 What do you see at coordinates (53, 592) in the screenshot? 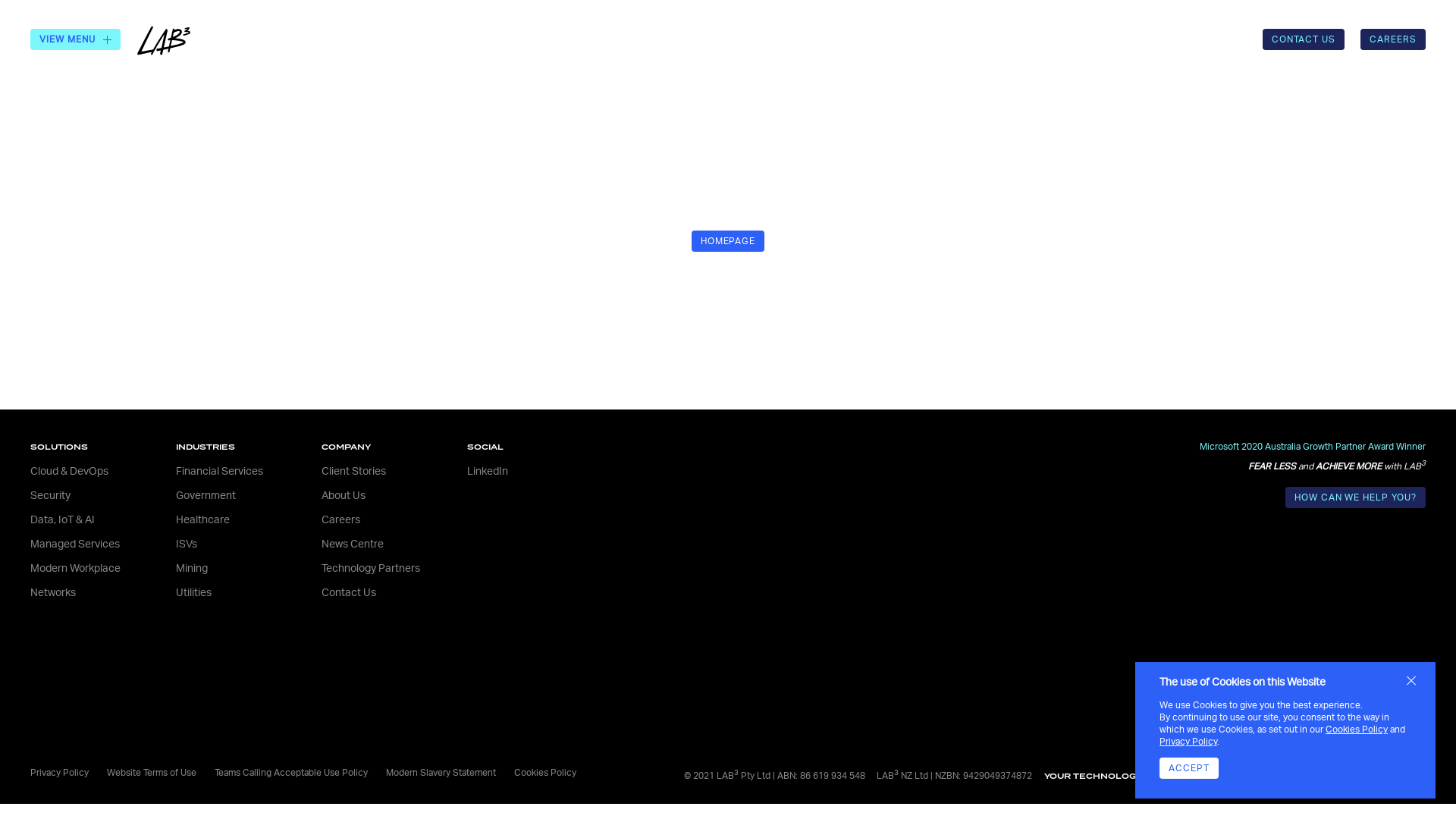
I see `'Networks'` at bounding box center [53, 592].